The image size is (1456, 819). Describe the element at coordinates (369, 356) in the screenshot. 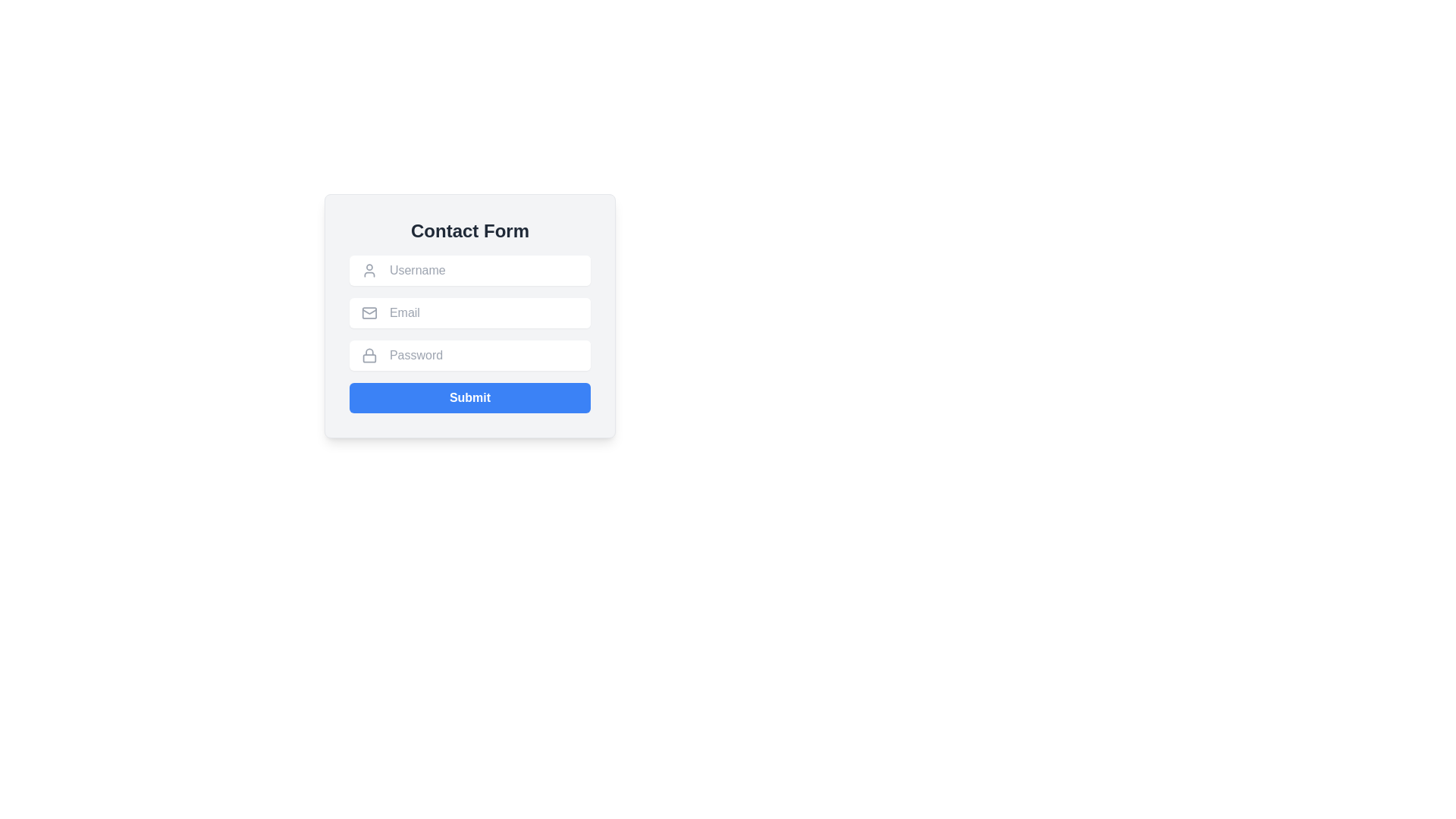

I see `the small gray lock icon located to the far-left within the password input field of the contact form, which indicates security or restricted access` at that location.